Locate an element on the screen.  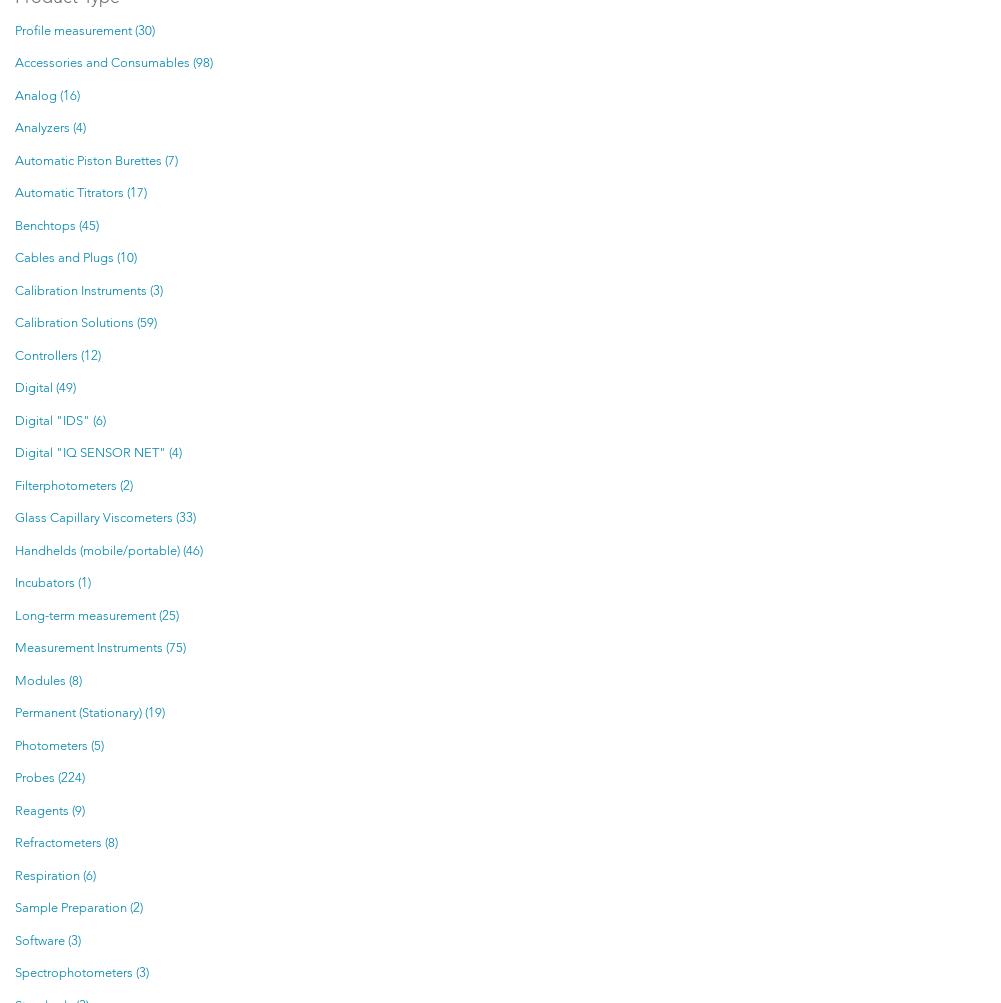
'Profile measurement (30)' is located at coordinates (15, 30).